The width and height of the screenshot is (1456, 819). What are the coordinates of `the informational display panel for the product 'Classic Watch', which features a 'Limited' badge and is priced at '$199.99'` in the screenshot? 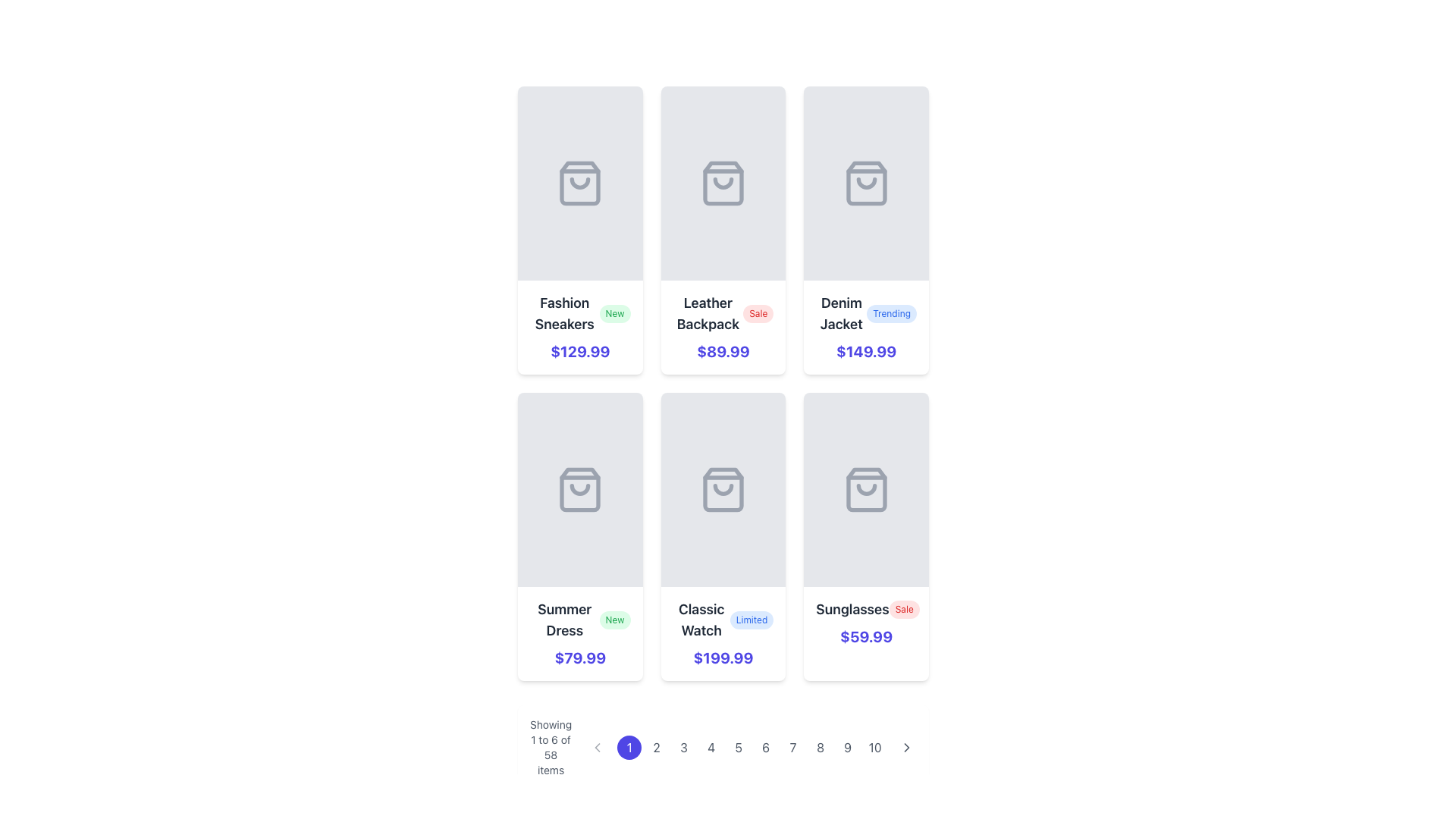 It's located at (723, 634).